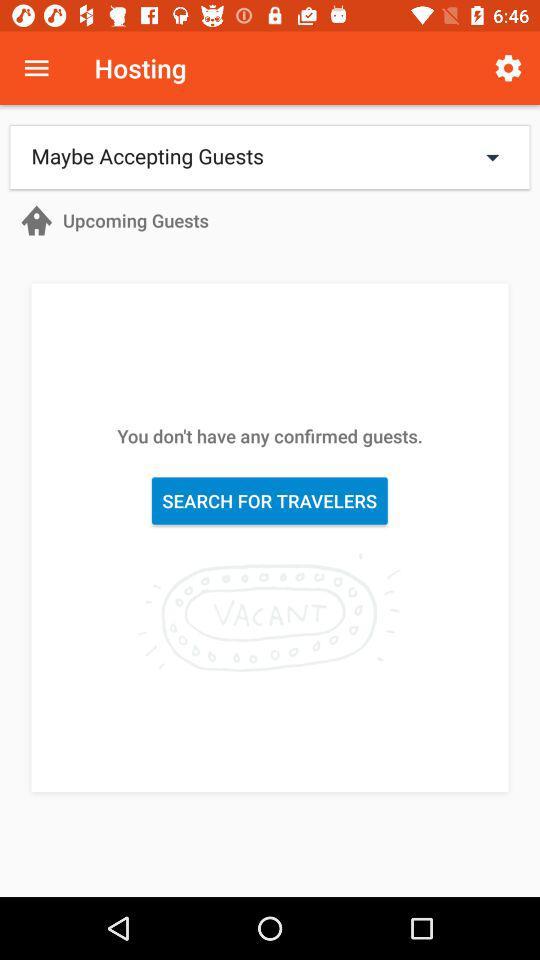 The width and height of the screenshot is (540, 960). I want to click on the item next to the hosting, so click(508, 68).